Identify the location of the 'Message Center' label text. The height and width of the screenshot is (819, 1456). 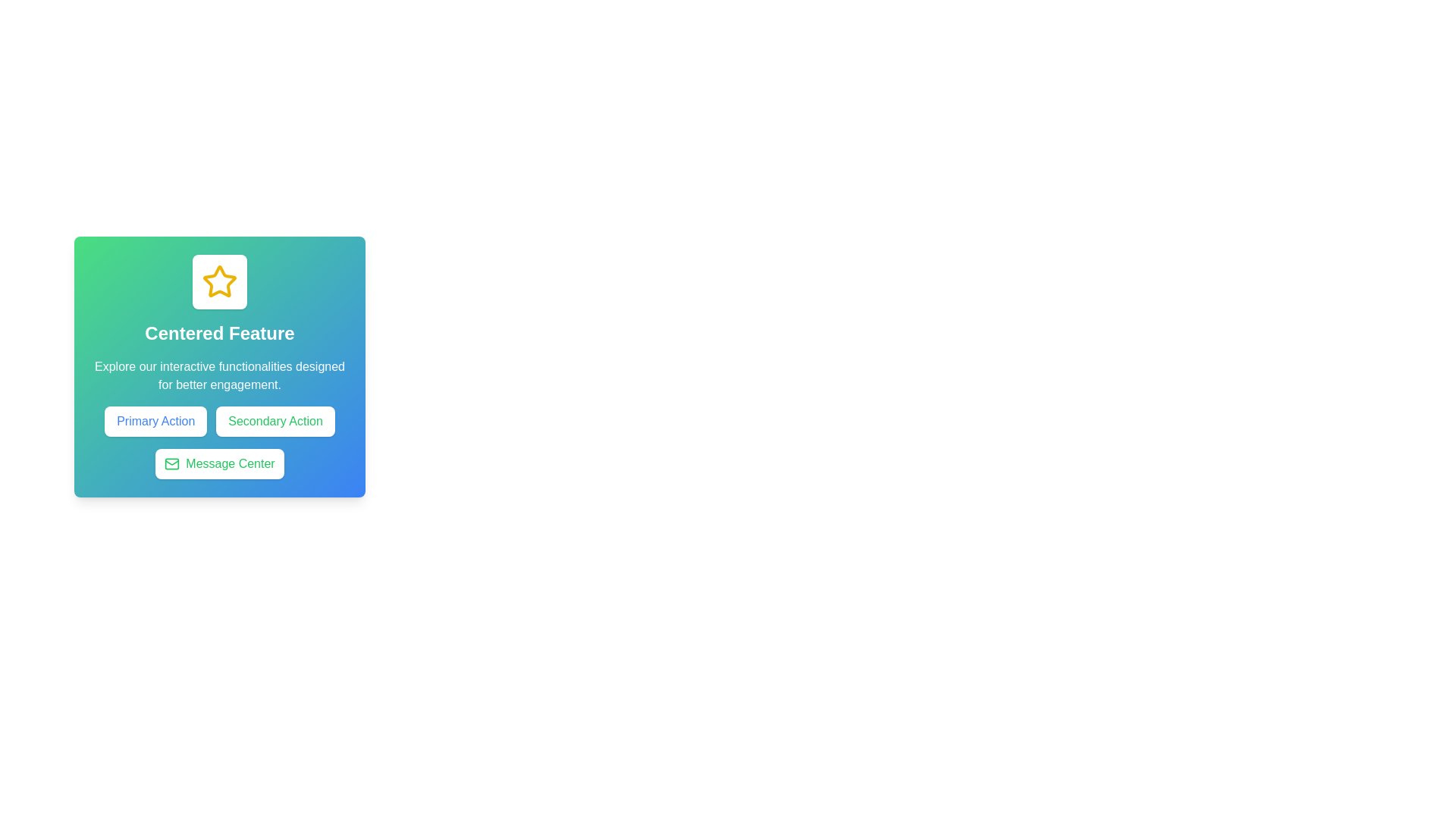
(229, 463).